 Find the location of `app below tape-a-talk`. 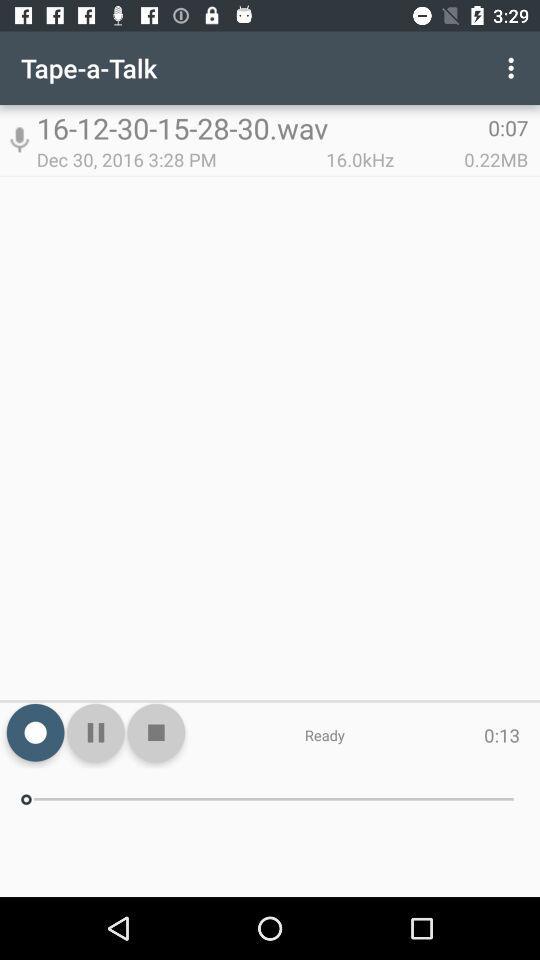

app below tape-a-talk is located at coordinates (18, 139).